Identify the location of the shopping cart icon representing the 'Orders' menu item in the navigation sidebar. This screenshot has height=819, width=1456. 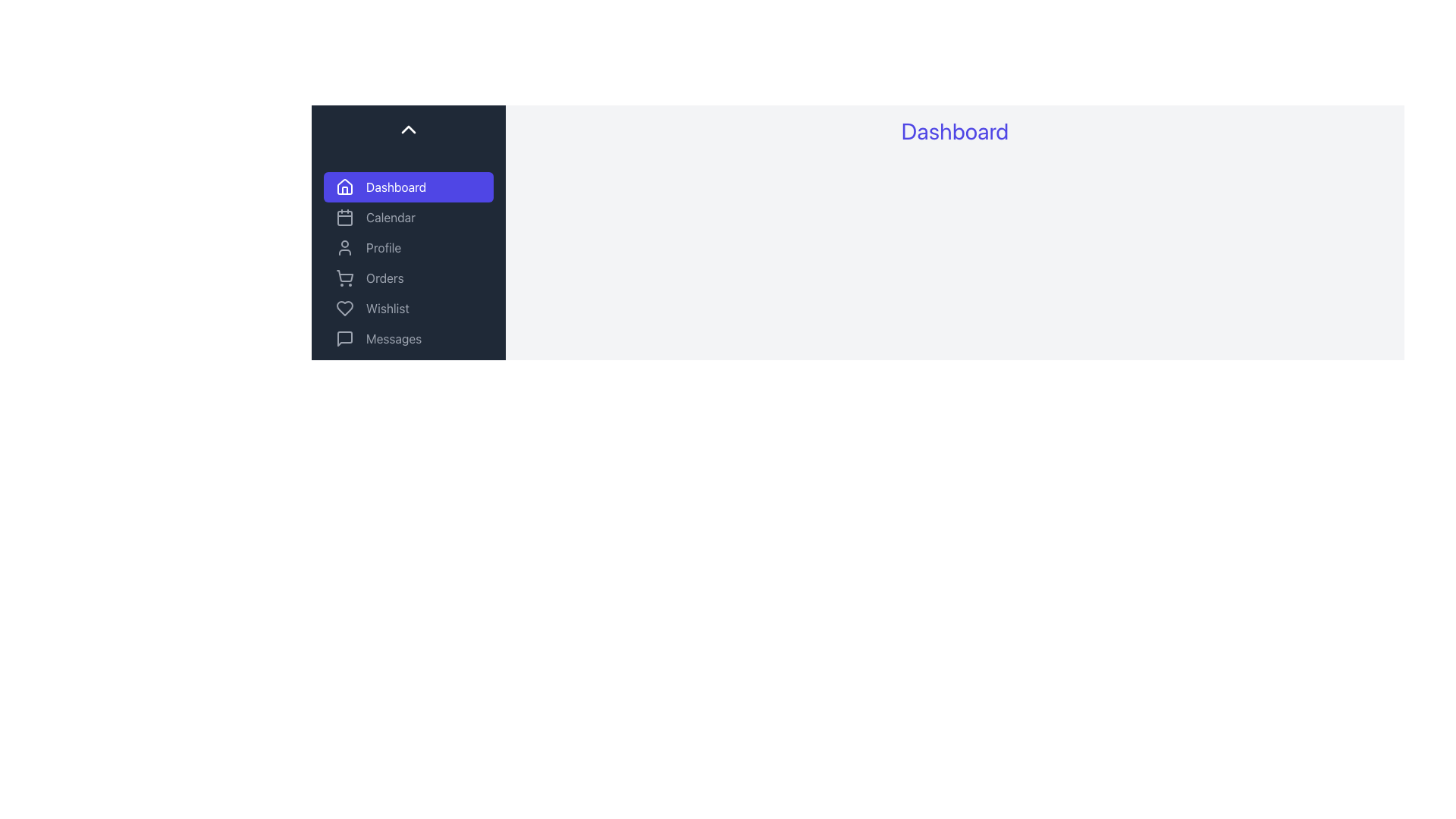
(344, 276).